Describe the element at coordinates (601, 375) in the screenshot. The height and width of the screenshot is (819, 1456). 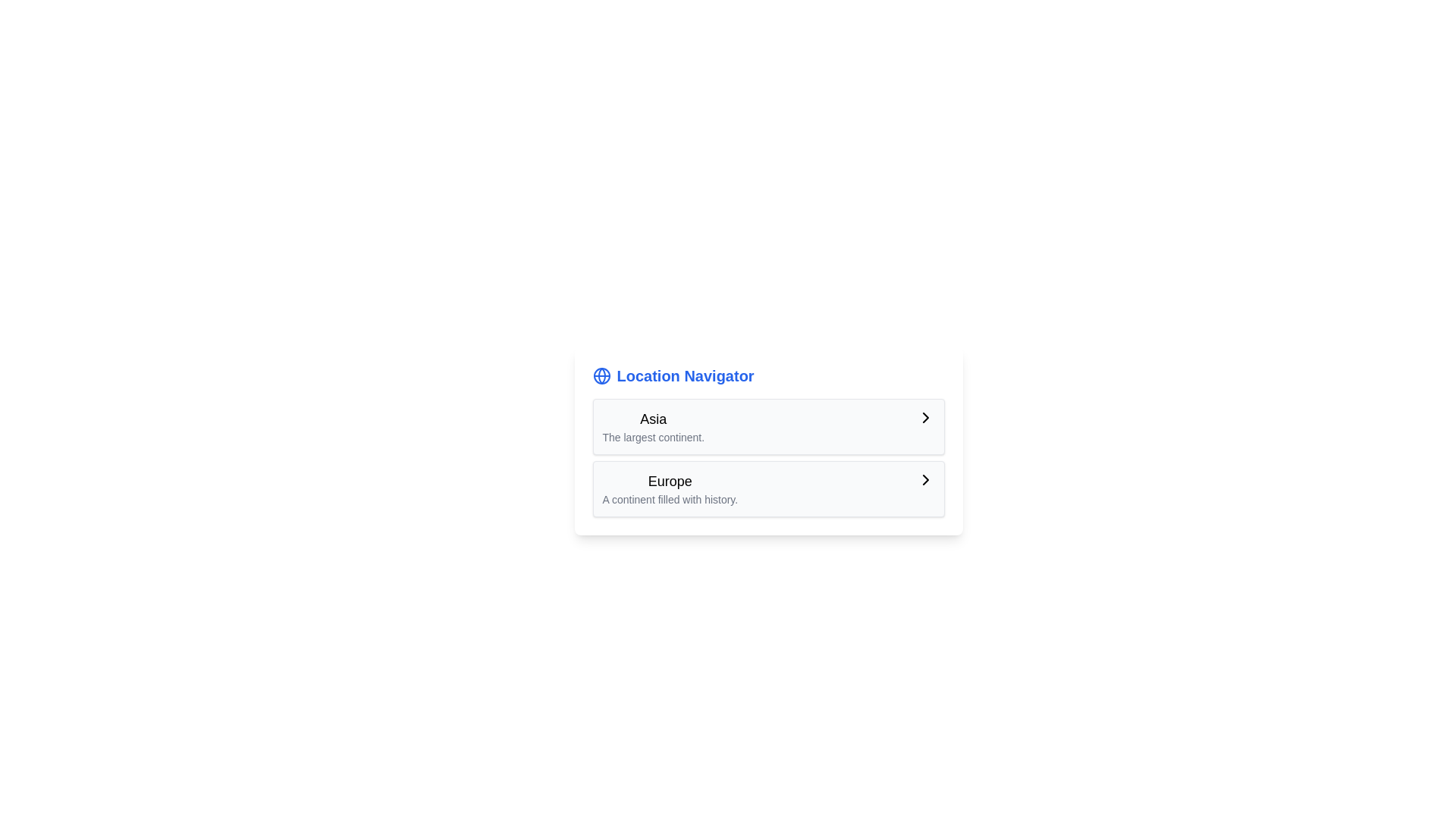
I see `the decorative icon associated with the 'Location Navigator' text in the header section at the top of the interface` at that location.